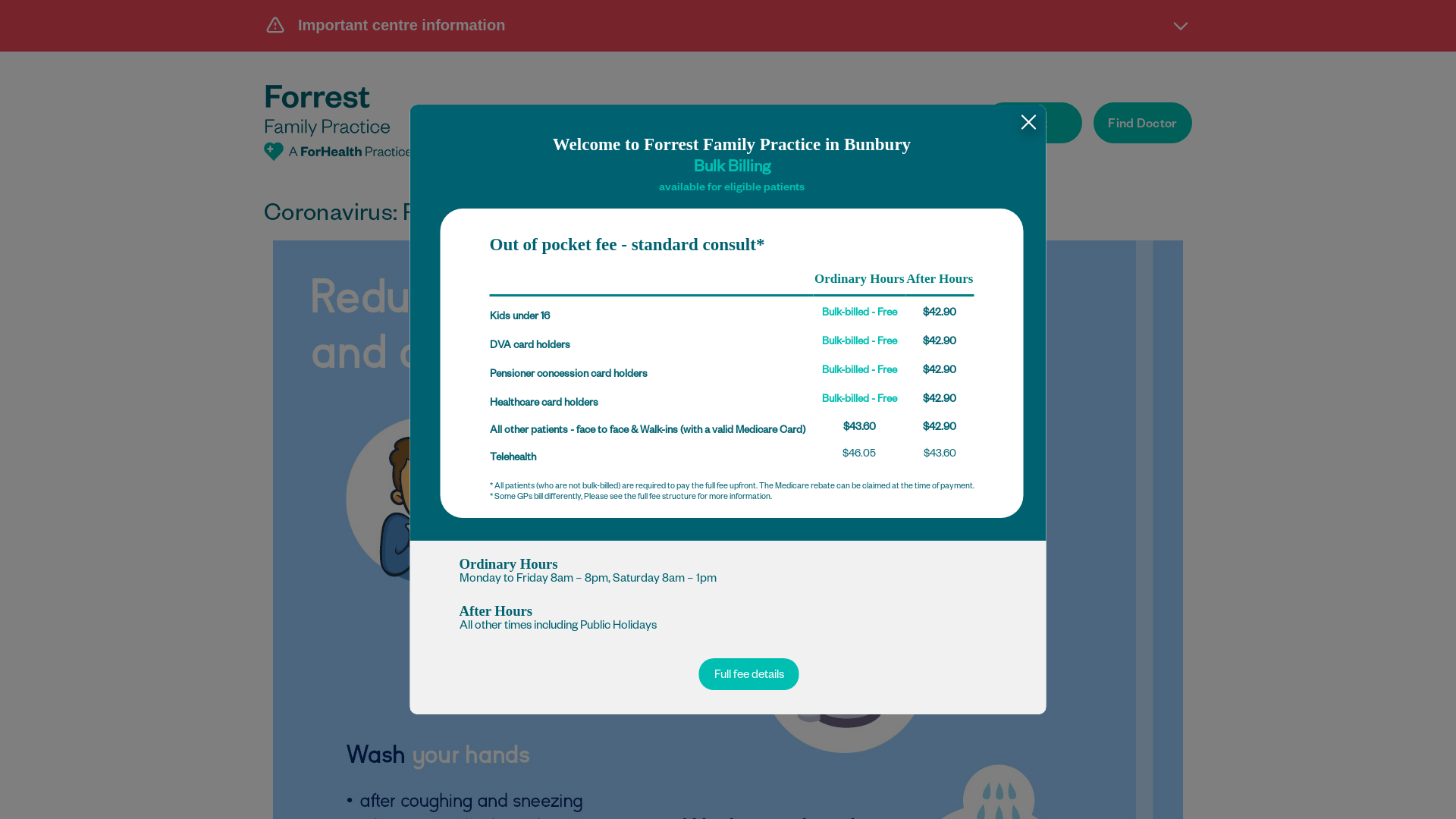 The image size is (1456, 819). I want to click on 'Patient Fees', so click(786, 124).